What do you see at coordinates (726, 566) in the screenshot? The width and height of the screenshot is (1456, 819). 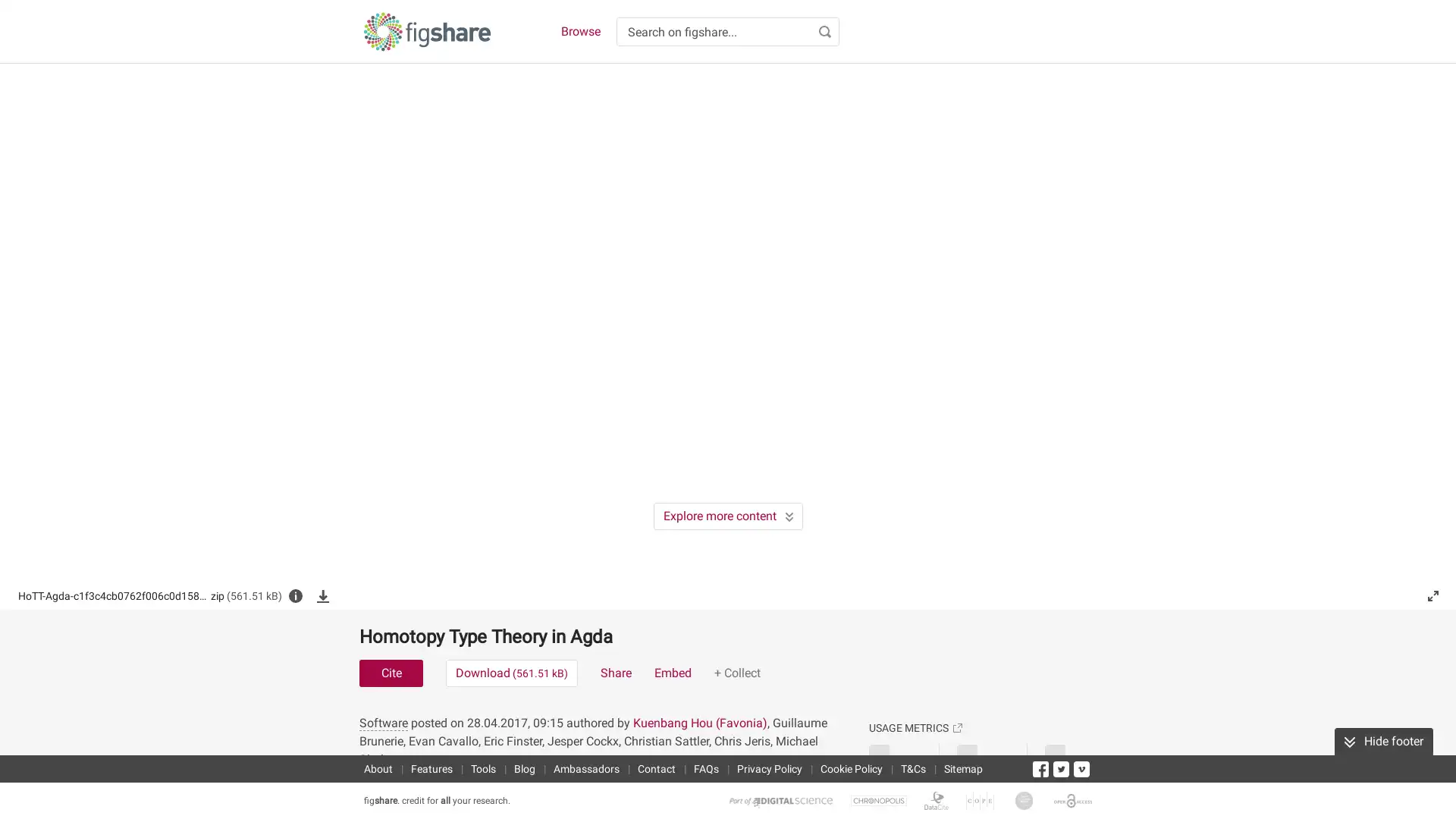 I see `Explore more content` at bounding box center [726, 566].